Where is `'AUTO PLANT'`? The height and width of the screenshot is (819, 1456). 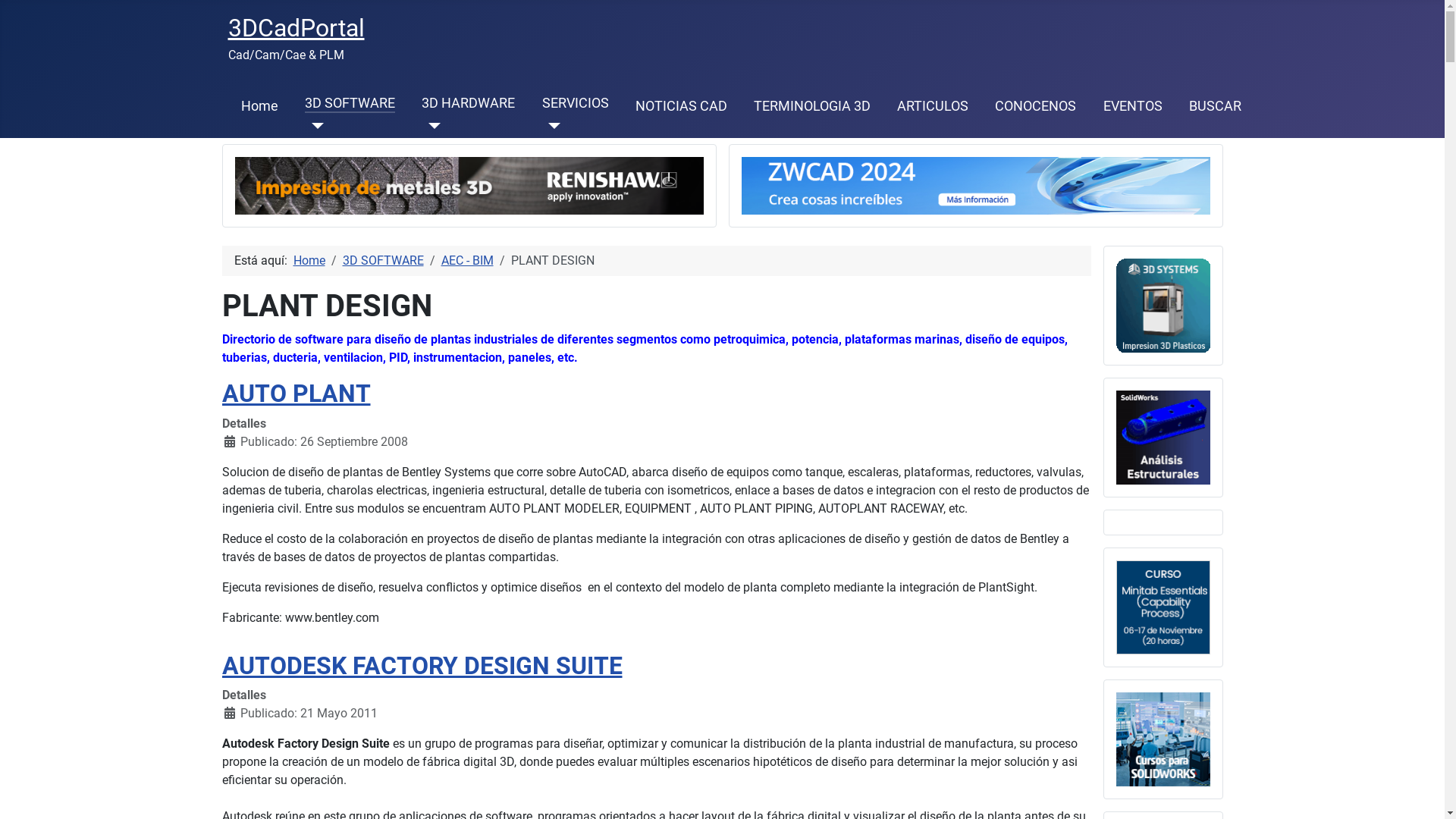
'AUTO PLANT' is located at coordinates (295, 393).